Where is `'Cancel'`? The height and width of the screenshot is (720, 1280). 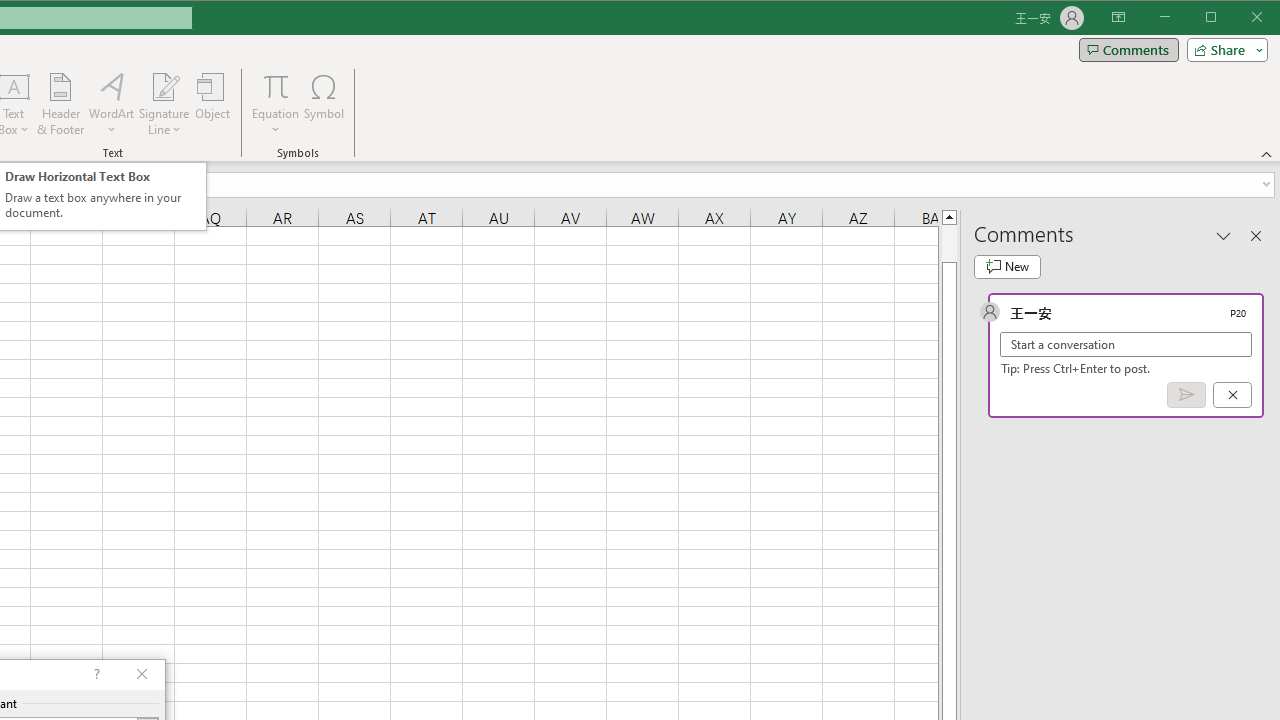
'Cancel' is located at coordinates (1231, 395).